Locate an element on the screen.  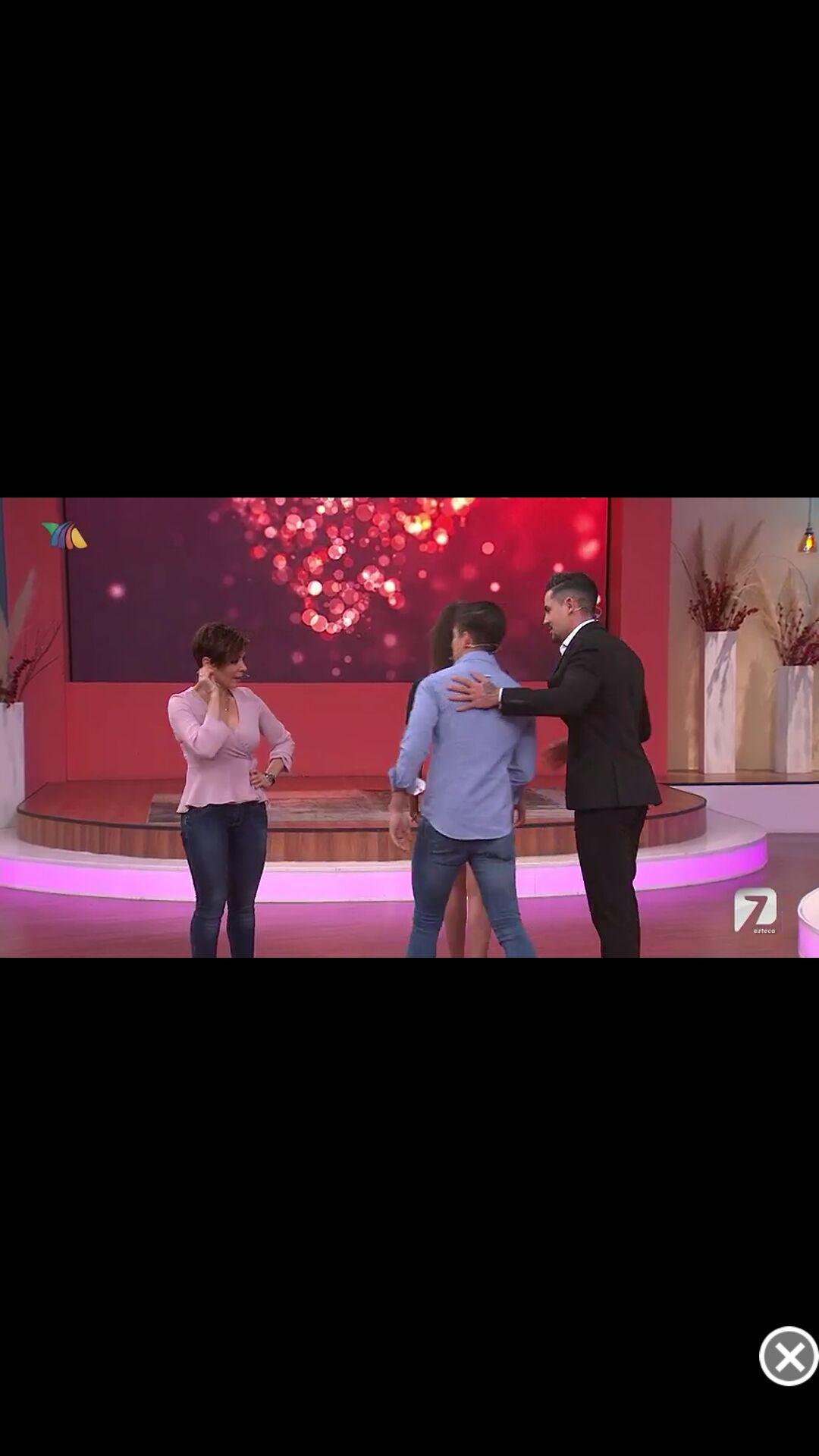
click x is located at coordinates (788, 1356).